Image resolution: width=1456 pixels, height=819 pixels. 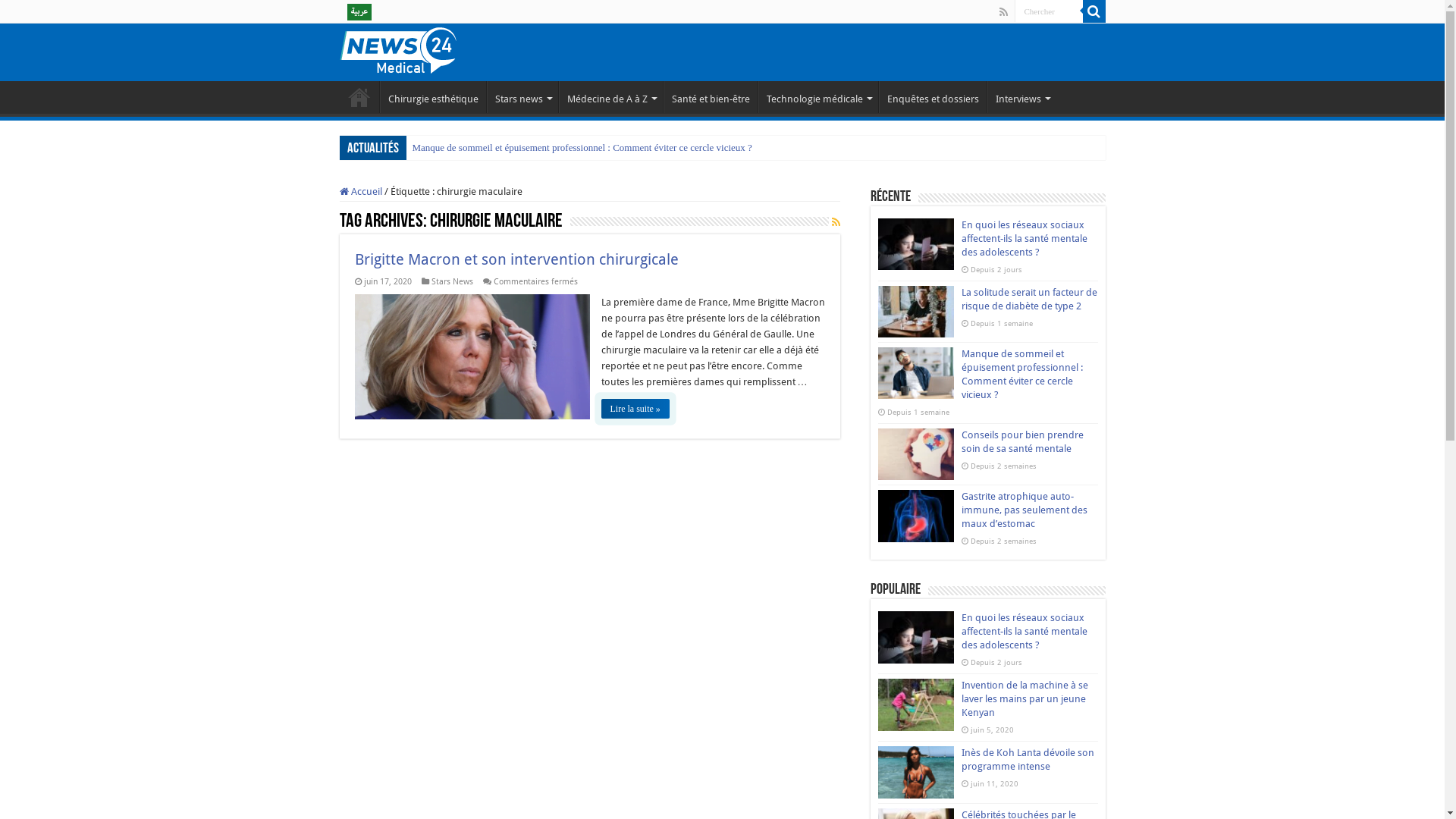 I want to click on 'Chercher', so click(x=1082, y=11).